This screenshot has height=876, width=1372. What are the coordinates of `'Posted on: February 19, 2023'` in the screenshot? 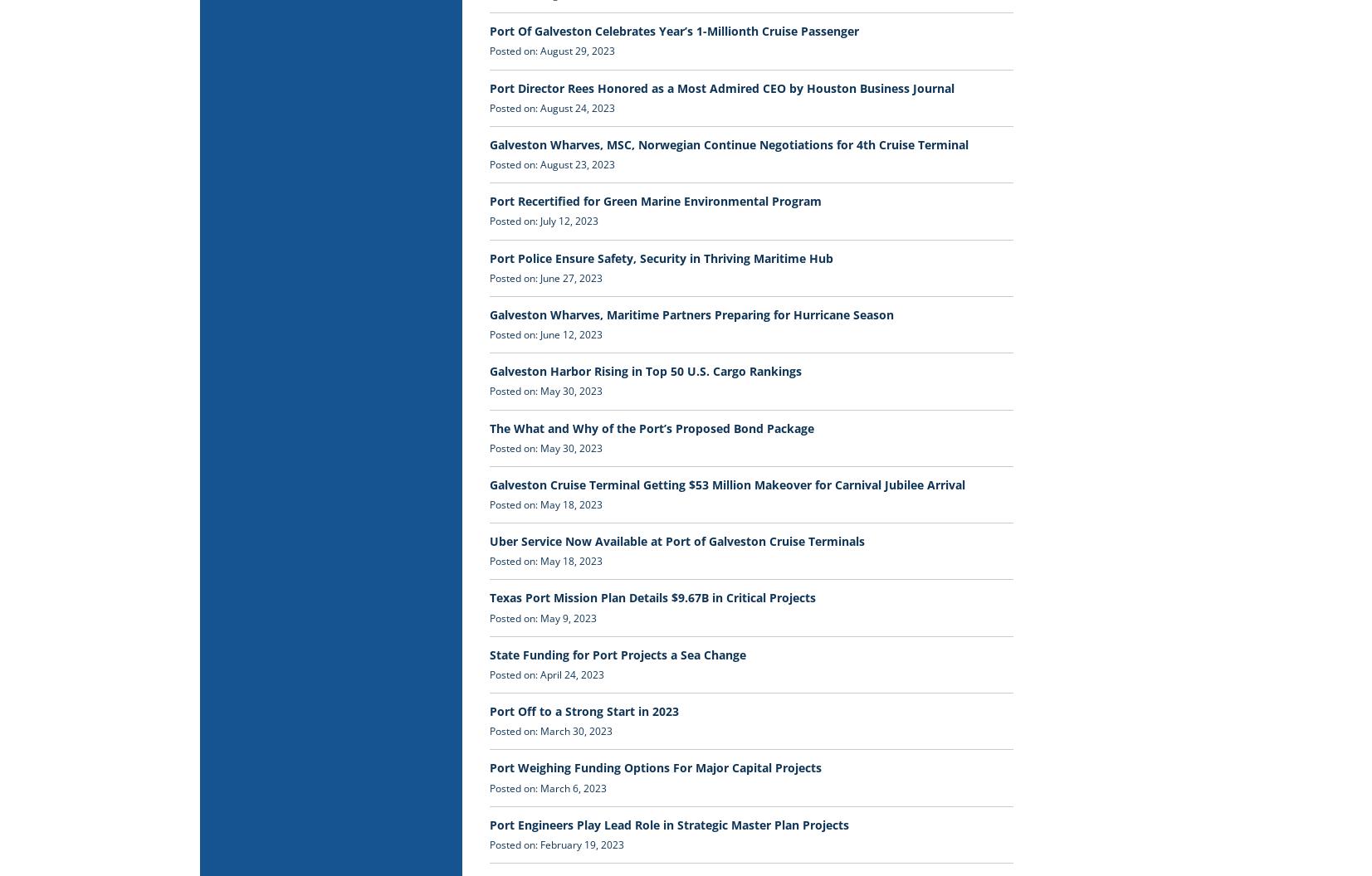 It's located at (555, 843).